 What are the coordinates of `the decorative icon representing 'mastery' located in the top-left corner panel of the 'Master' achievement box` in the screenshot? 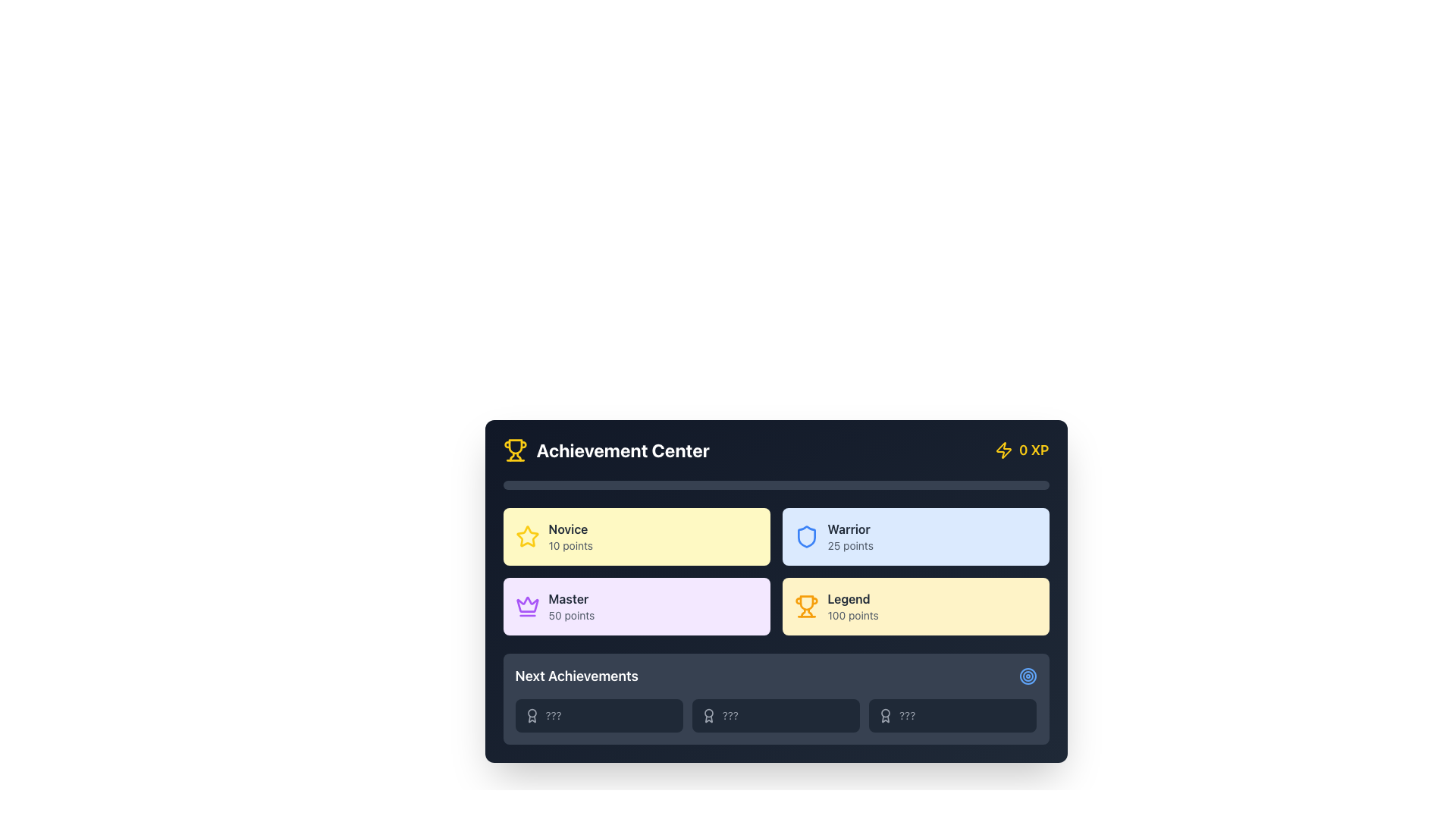 It's located at (527, 604).